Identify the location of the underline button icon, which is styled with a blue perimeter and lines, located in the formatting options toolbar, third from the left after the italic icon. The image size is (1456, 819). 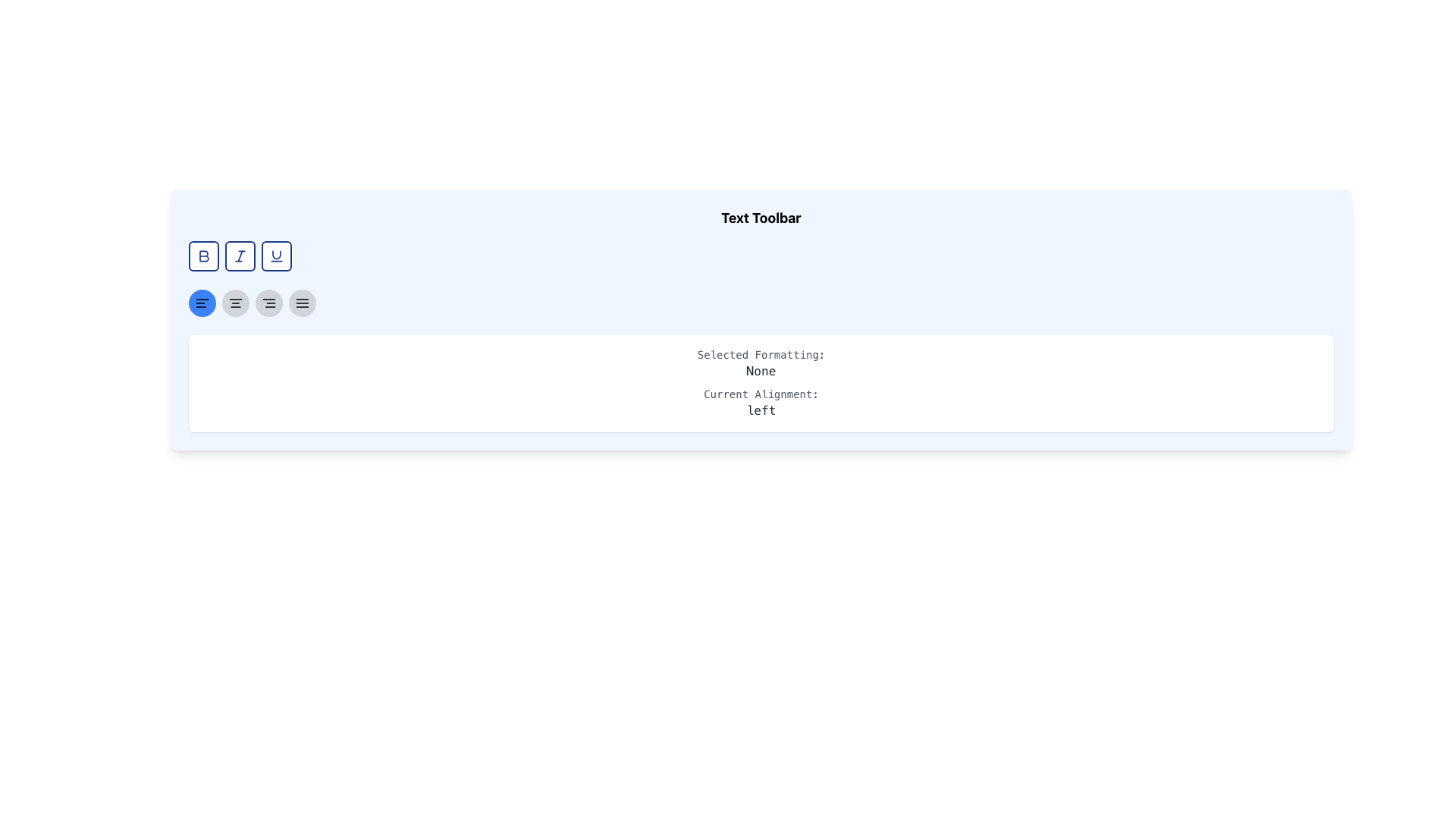
(276, 256).